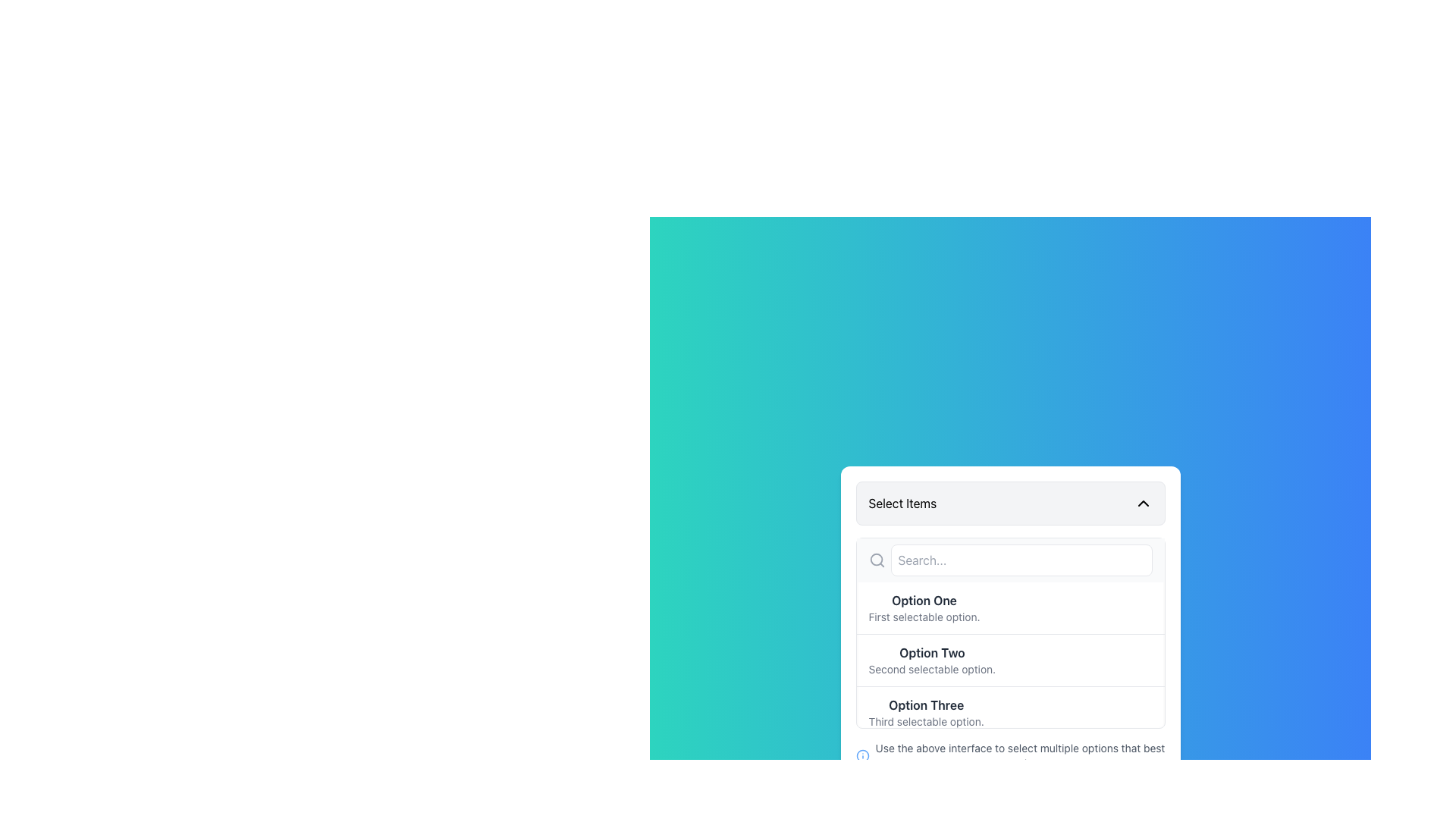 This screenshot has width=1456, height=819. I want to click on the outermost SVG Circle of the information icon located in the bottom right quadrant, which serves as a decorative part of the icon, so click(862, 755).